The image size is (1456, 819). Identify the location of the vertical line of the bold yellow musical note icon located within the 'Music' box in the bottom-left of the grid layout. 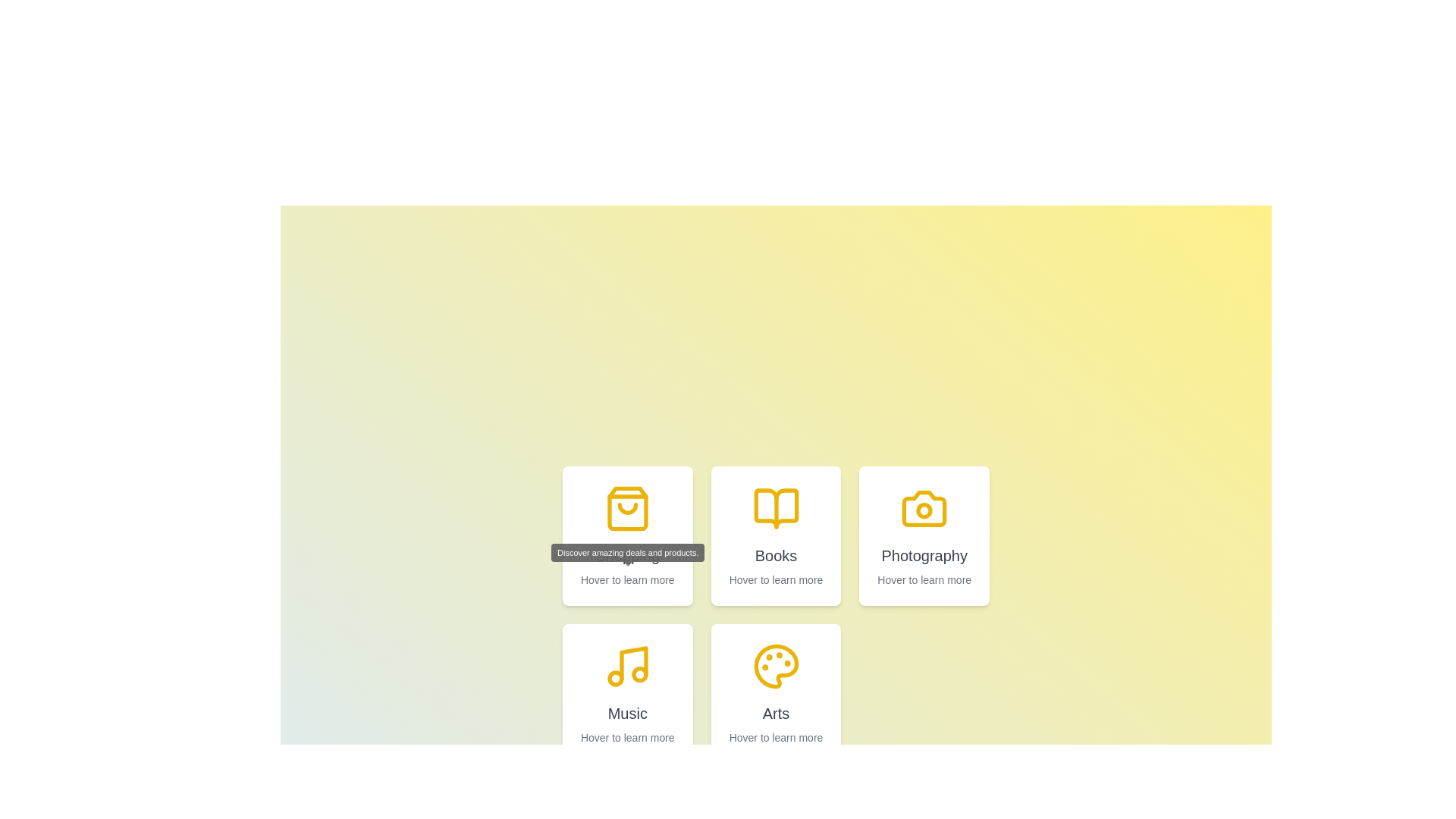
(633, 663).